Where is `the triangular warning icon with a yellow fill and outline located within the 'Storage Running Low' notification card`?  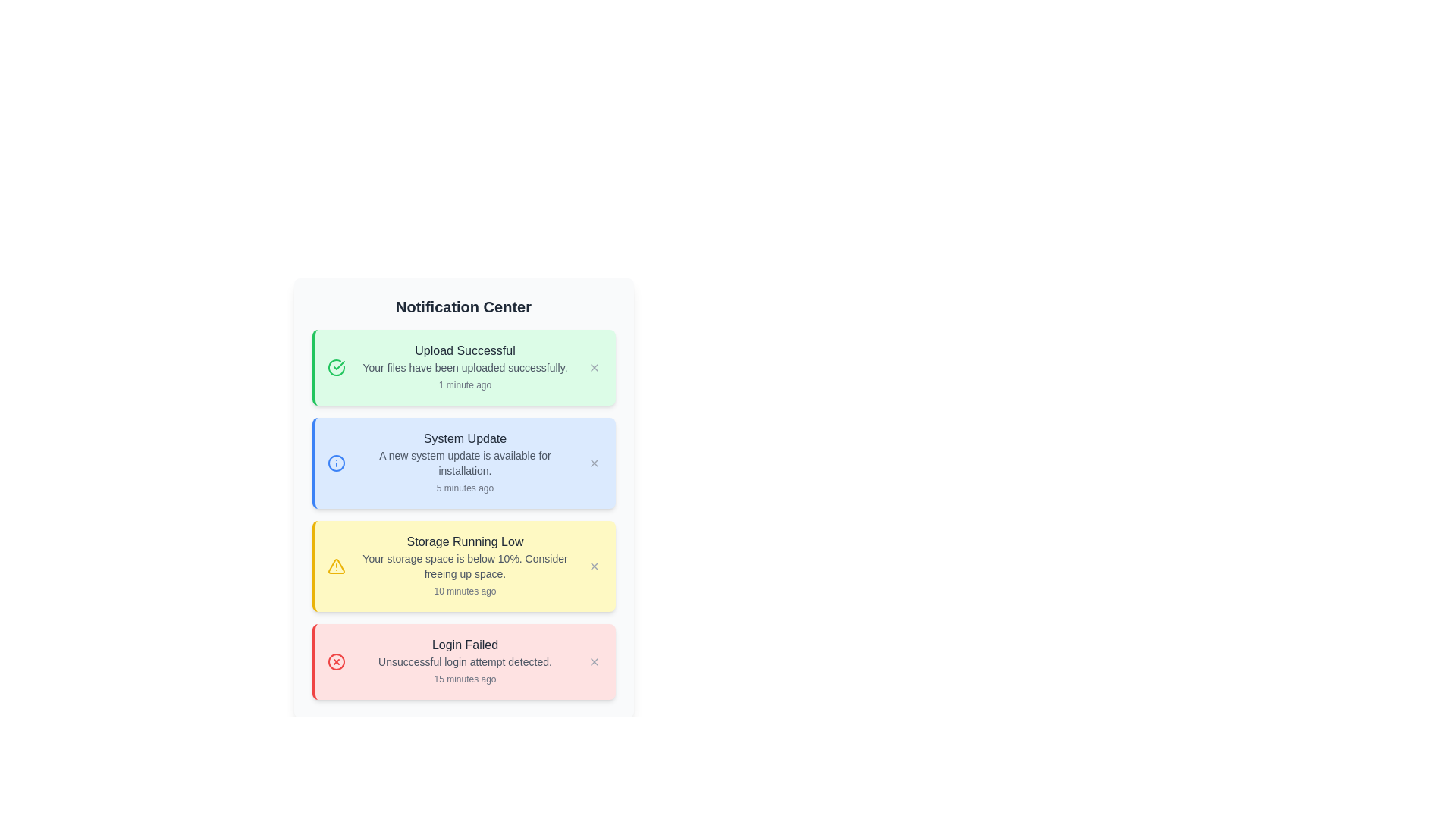 the triangular warning icon with a yellow fill and outline located within the 'Storage Running Low' notification card is located at coordinates (335, 566).